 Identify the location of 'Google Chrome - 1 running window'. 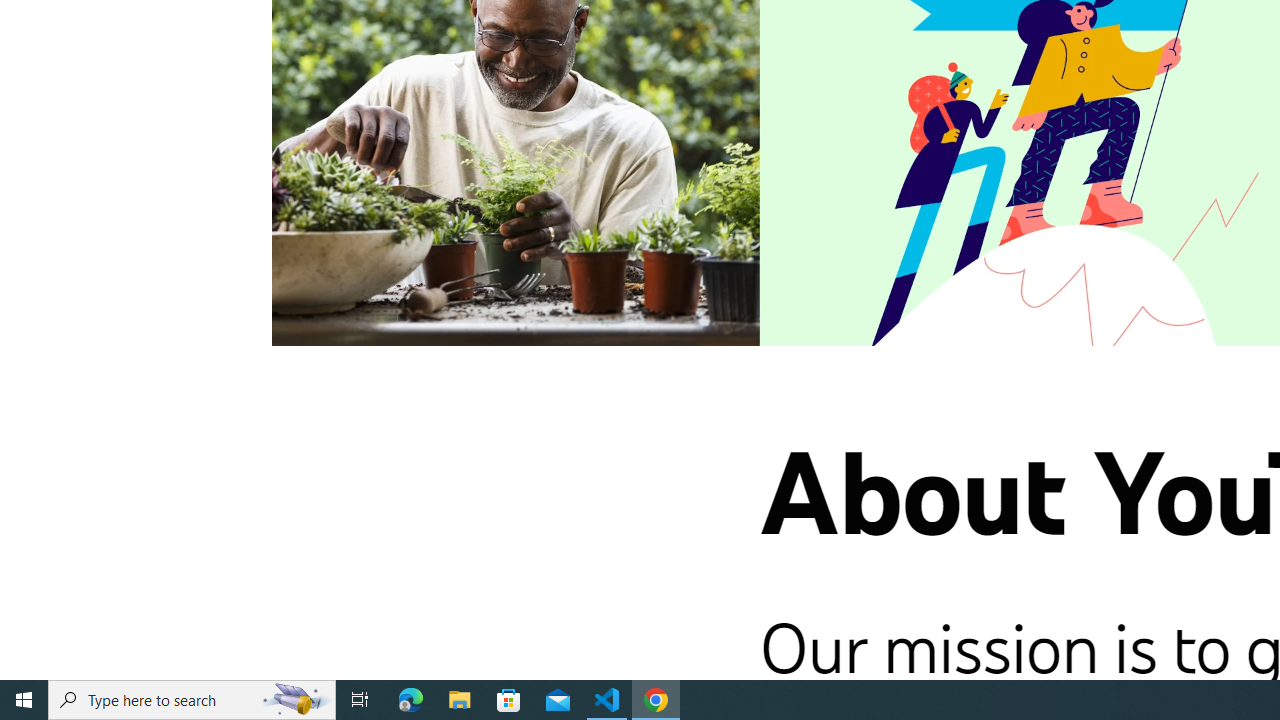
(656, 698).